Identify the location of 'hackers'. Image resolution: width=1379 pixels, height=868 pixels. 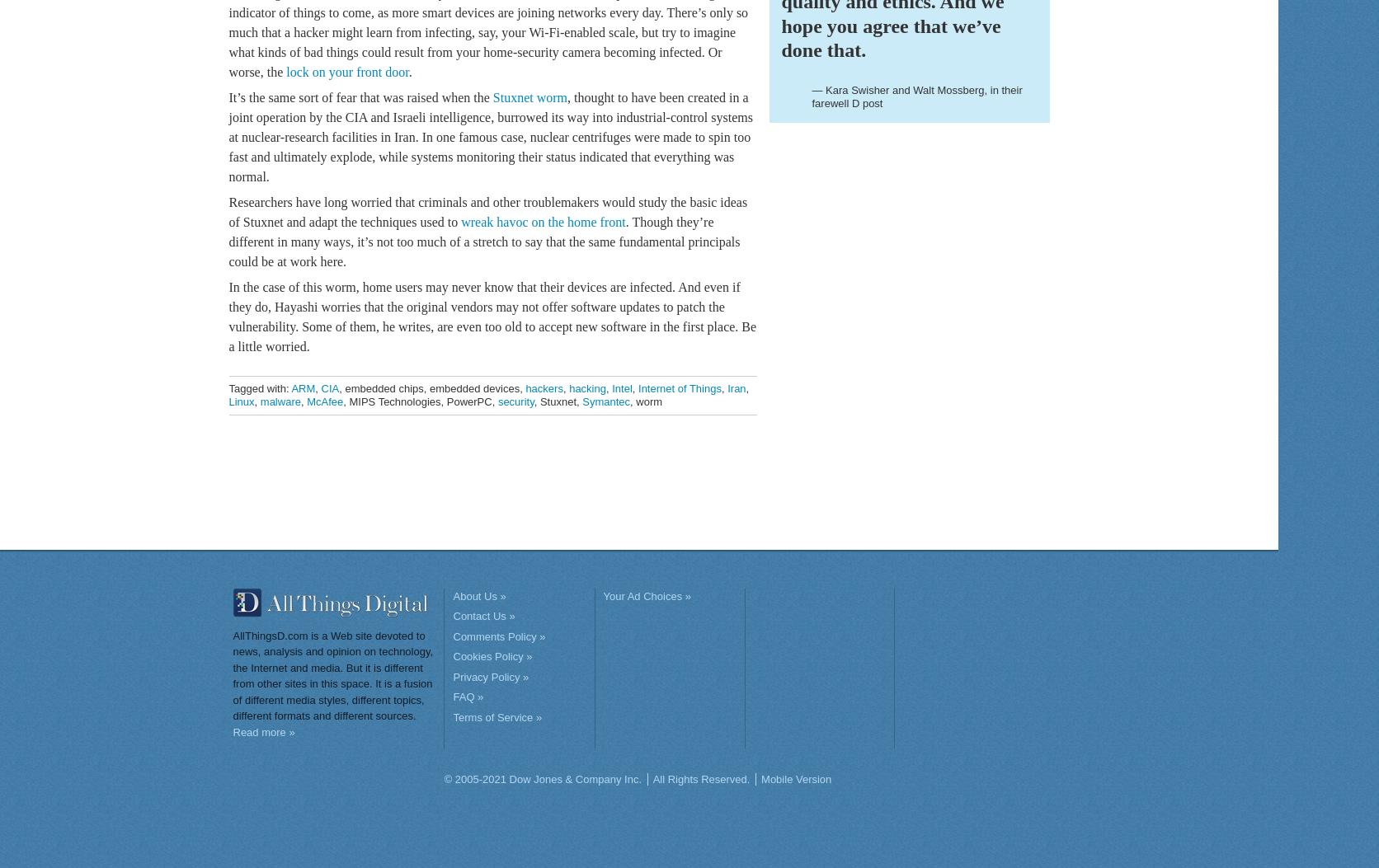
(544, 387).